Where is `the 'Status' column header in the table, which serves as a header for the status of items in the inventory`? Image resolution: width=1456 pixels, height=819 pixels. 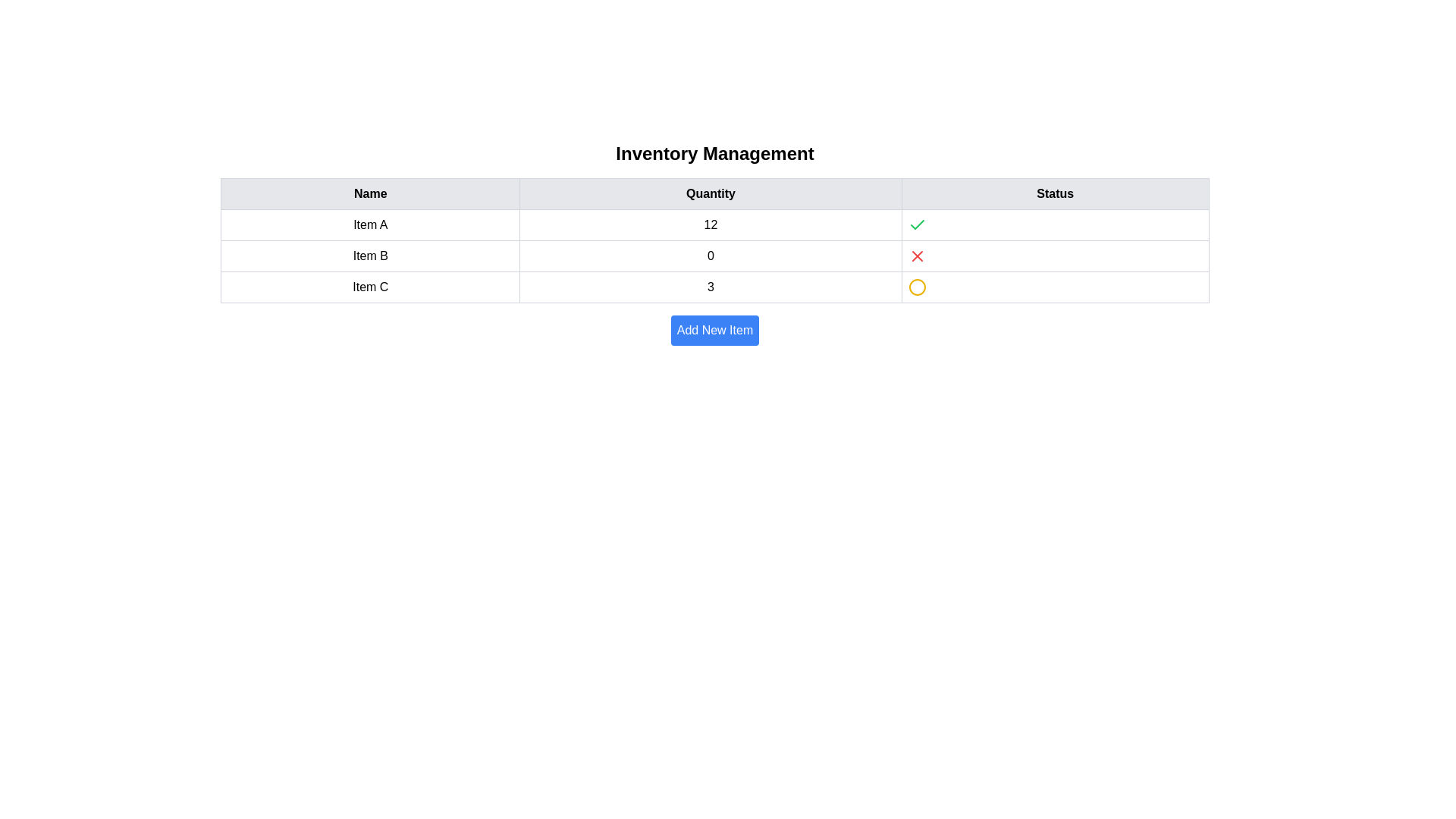
the 'Status' column header in the table, which serves as a header for the status of items in the inventory is located at coordinates (1054, 193).